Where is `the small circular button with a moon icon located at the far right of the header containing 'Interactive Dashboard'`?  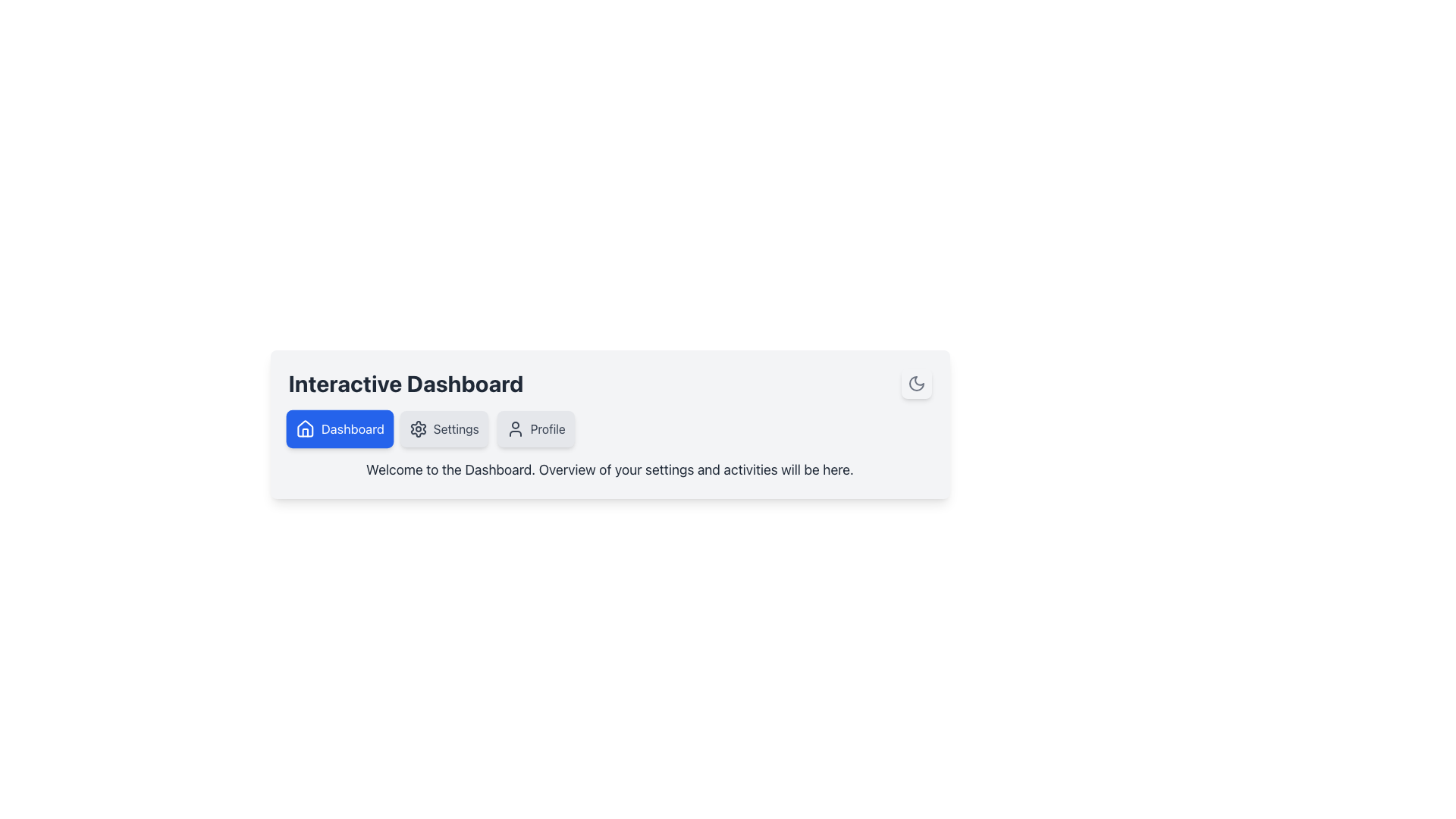
the small circular button with a moon icon located at the far right of the header containing 'Interactive Dashboard' is located at coordinates (915, 382).